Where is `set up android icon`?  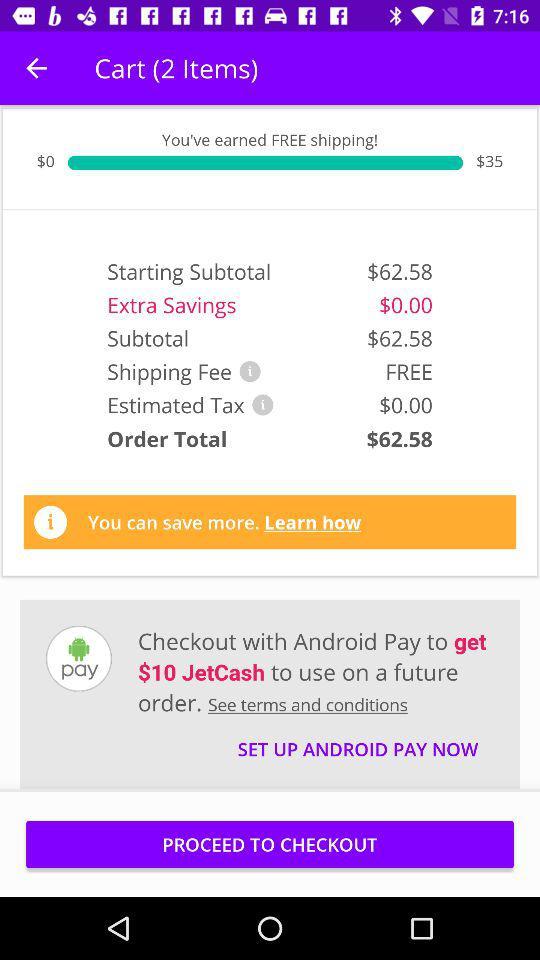 set up android icon is located at coordinates (356, 739).